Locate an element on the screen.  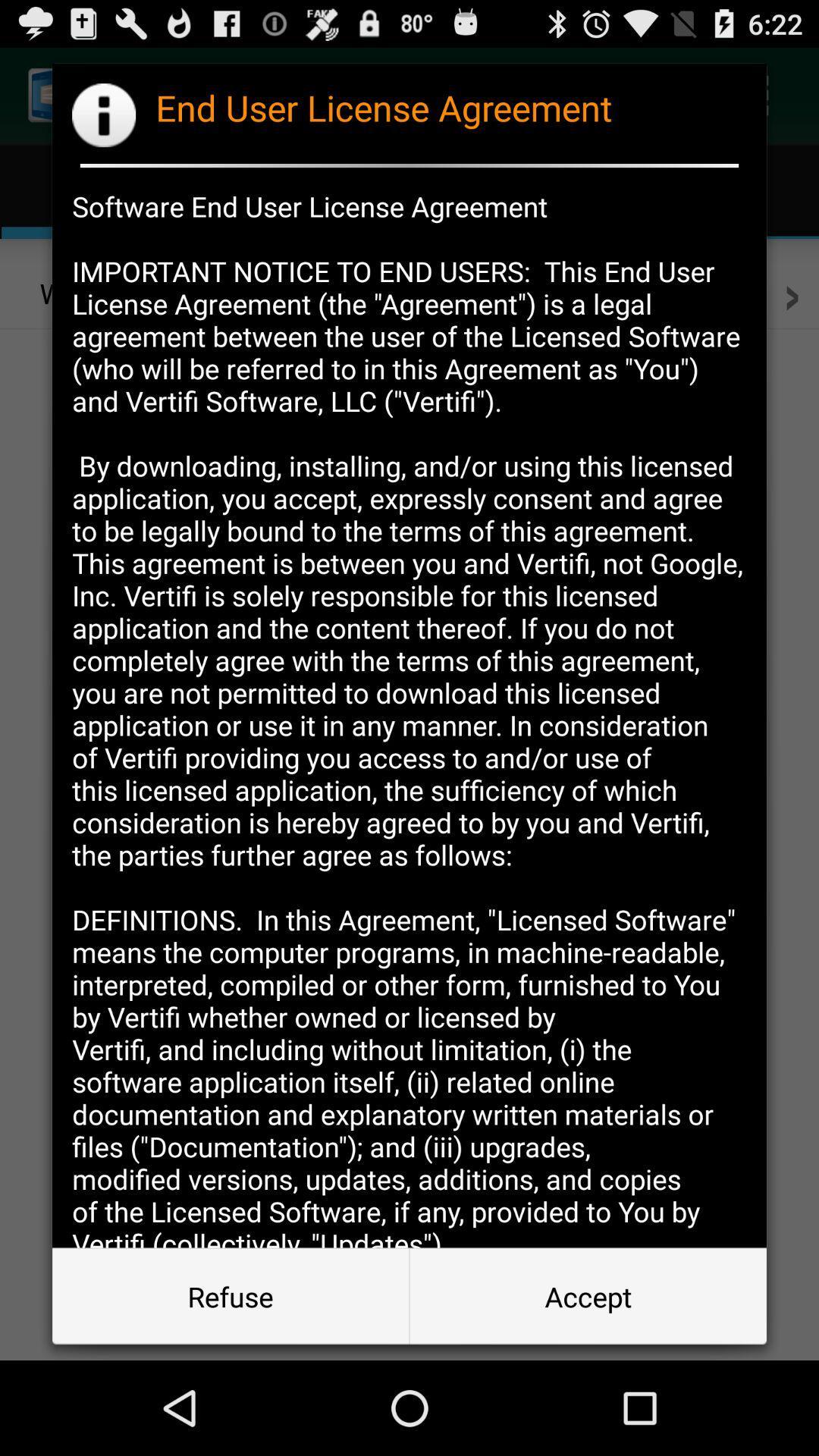
accept button is located at coordinates (587, 1295).